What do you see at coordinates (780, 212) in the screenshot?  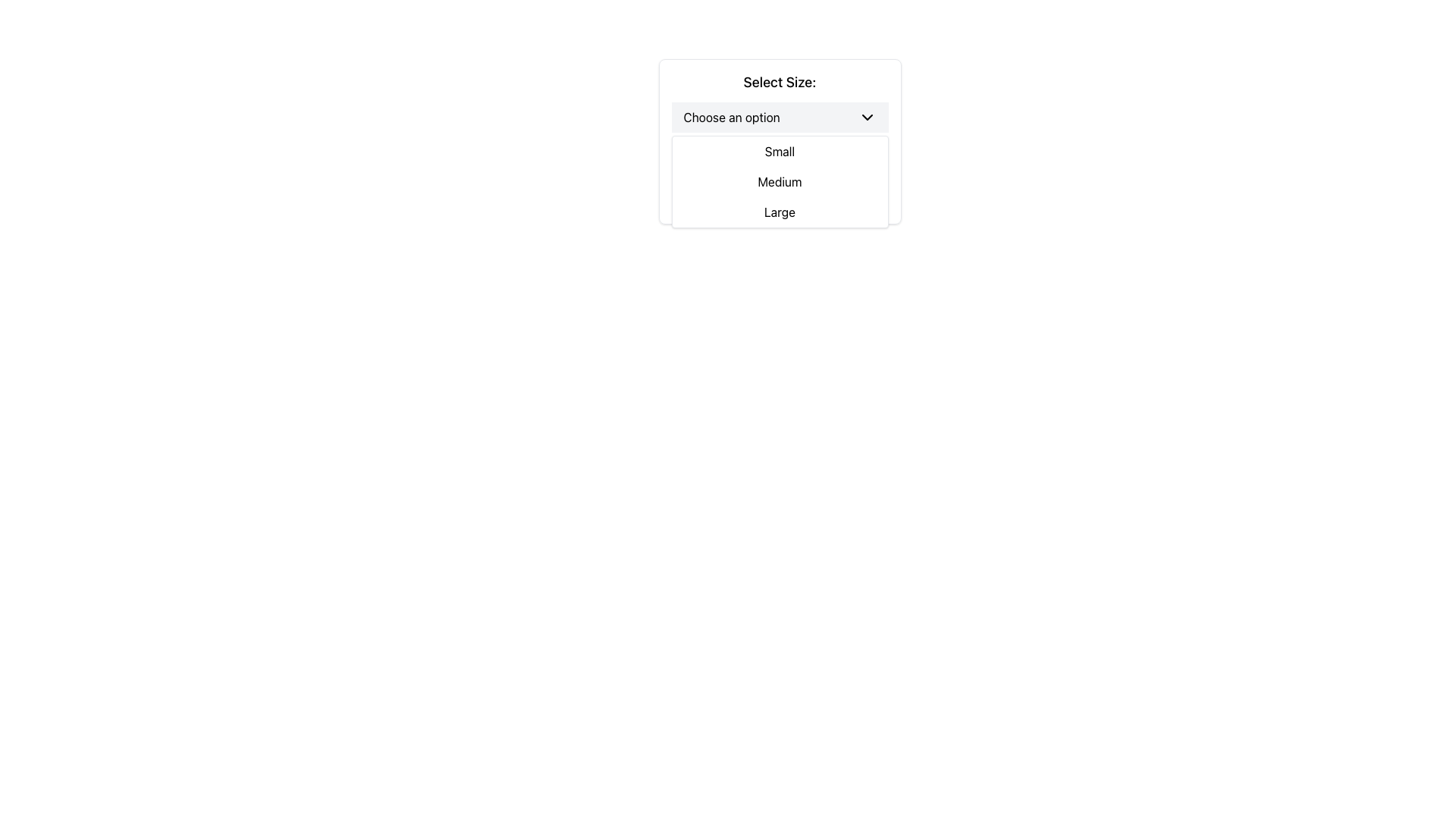 I see `to select the 'Large' option from the dropdown menu, which is the third item in the list` at bounding box center [780, 212].